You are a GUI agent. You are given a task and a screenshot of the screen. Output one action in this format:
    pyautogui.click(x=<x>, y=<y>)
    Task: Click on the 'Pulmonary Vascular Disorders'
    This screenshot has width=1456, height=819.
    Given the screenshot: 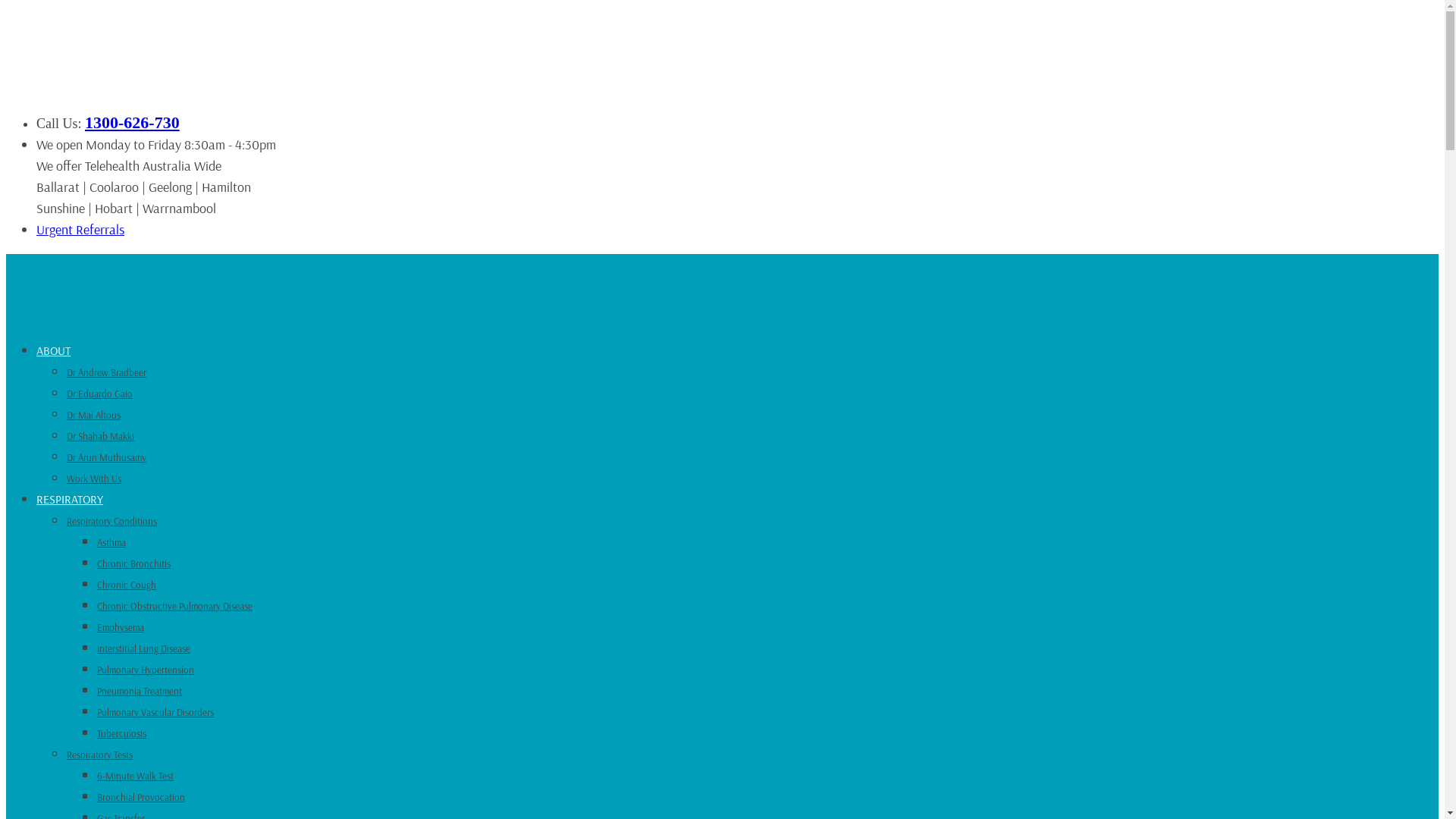 What is the action you would take?
    pyautogui.click(x=155, y=711)
    